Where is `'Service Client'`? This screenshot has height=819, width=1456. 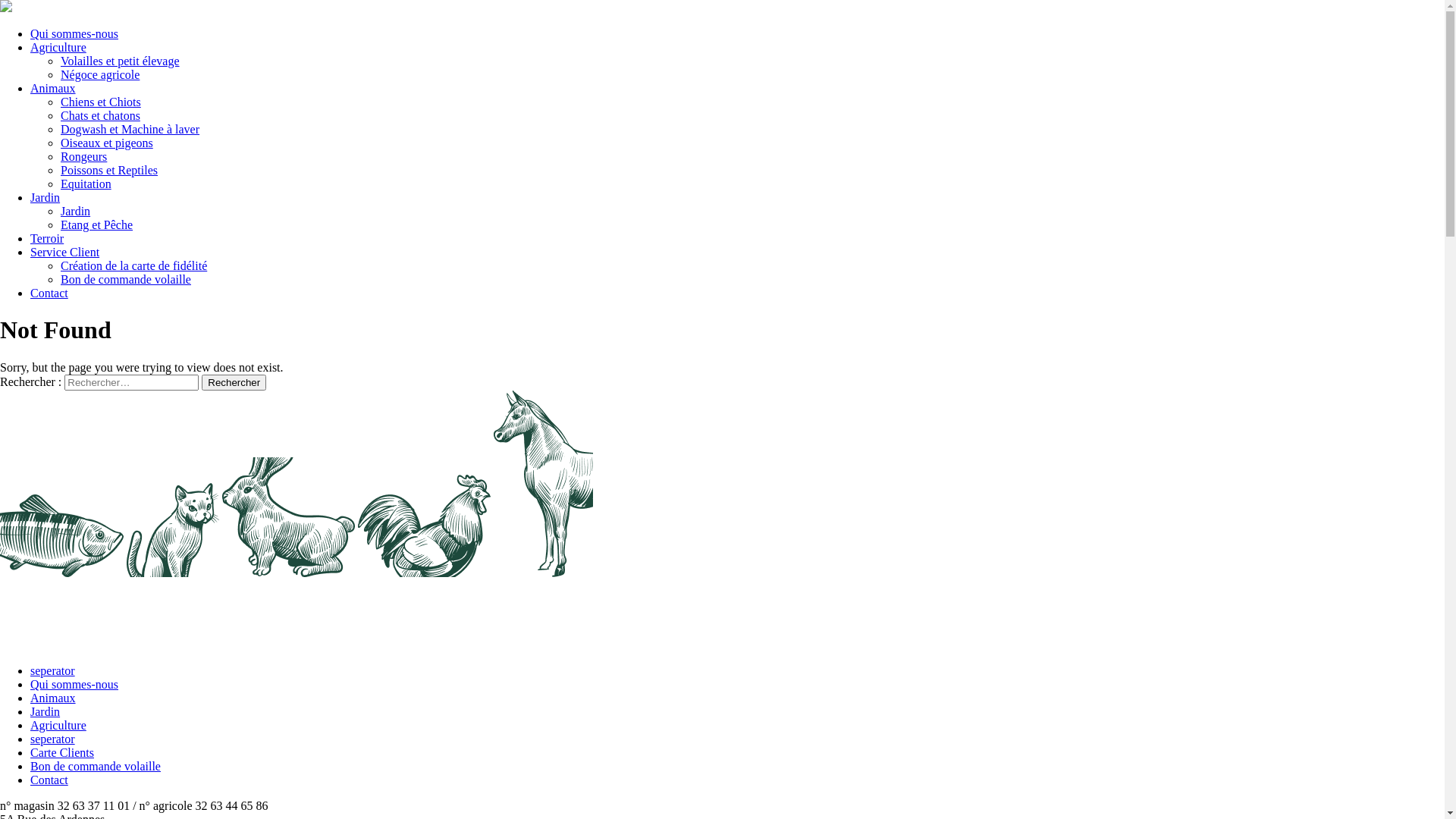
'Service Client' is located at coordinates (64, 251).